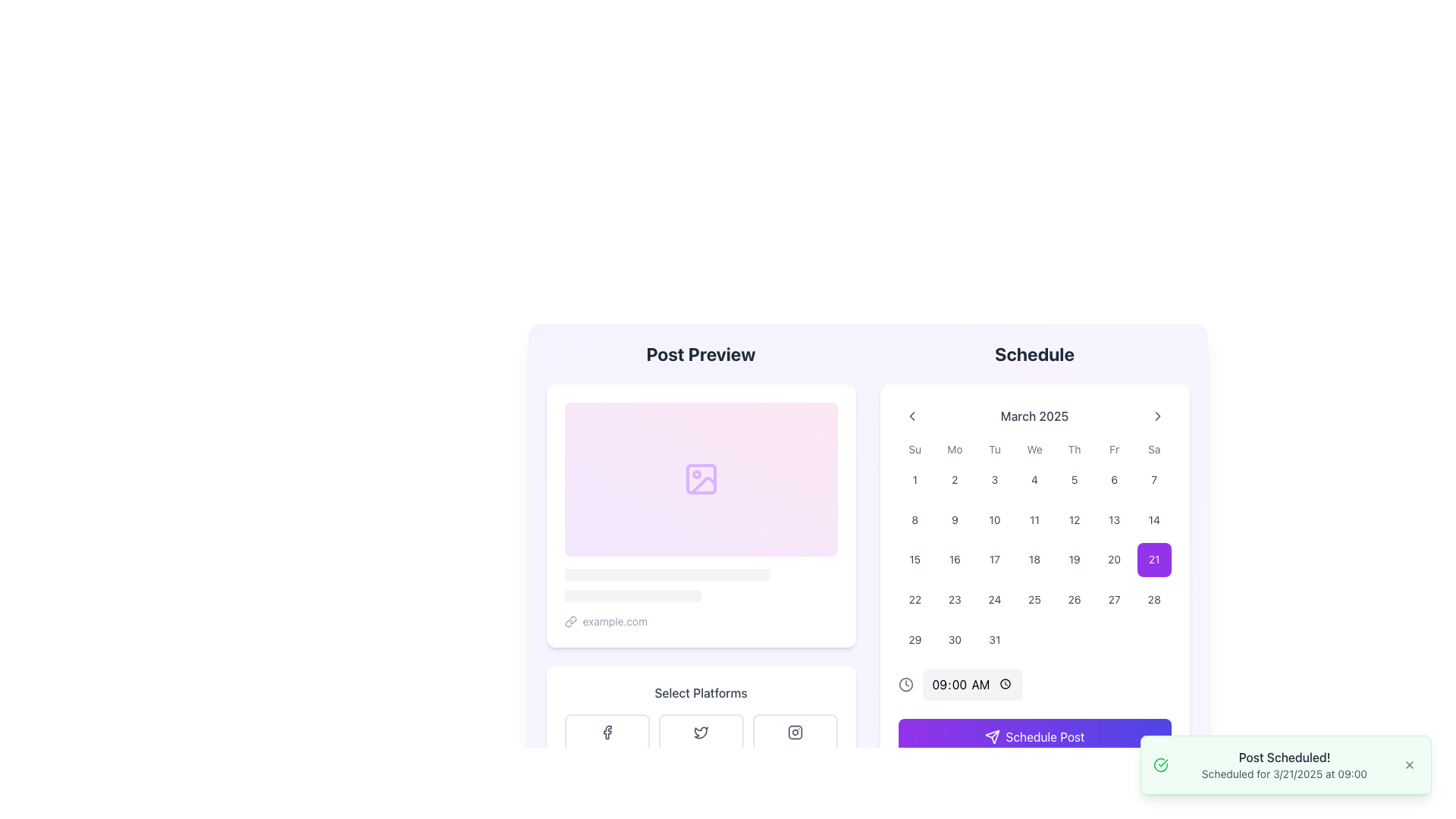  I want to click on the calendar day cell displaying the number '15', so click(914, 560).